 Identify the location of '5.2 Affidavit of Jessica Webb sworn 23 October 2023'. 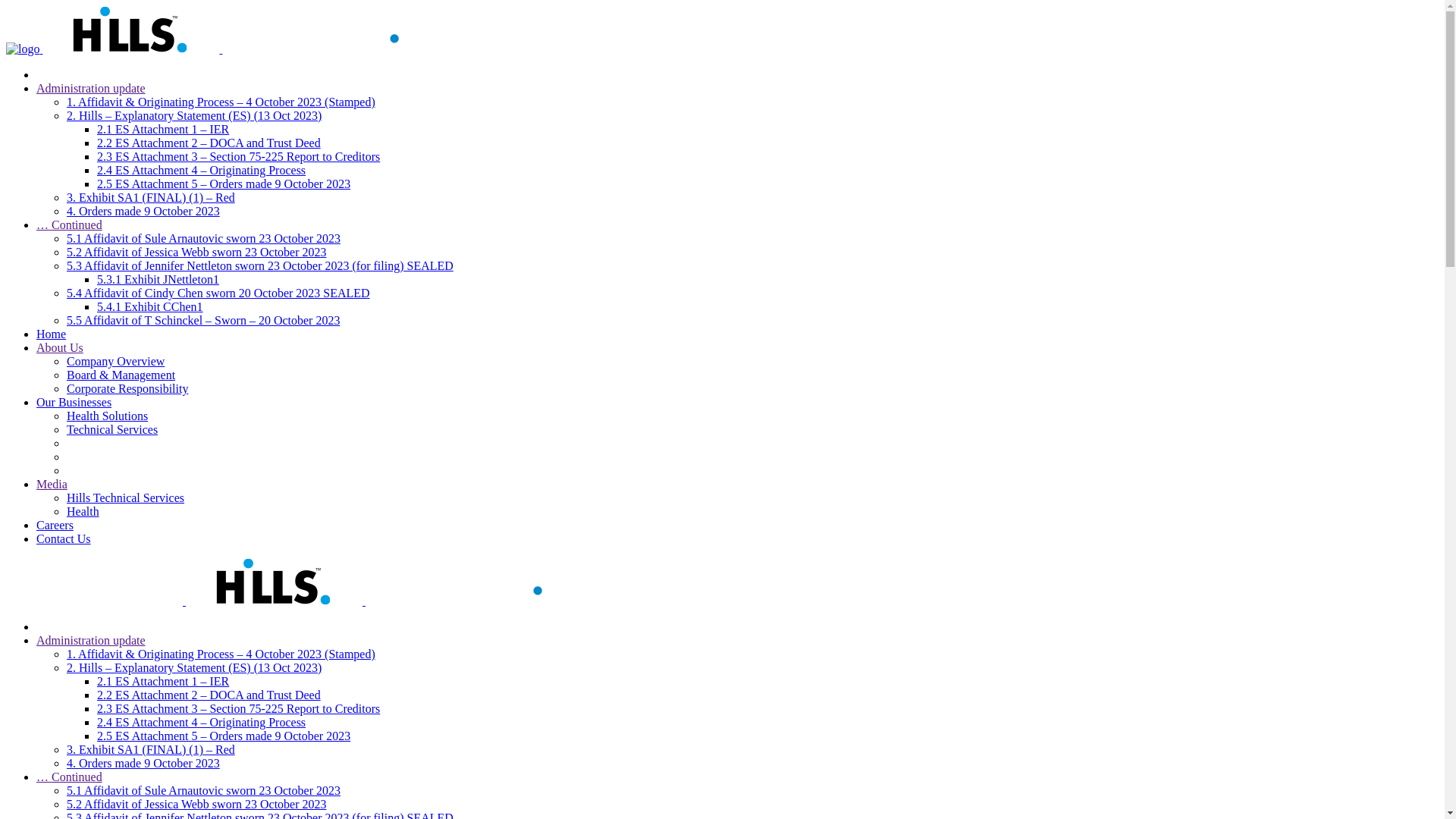
(196, 251).